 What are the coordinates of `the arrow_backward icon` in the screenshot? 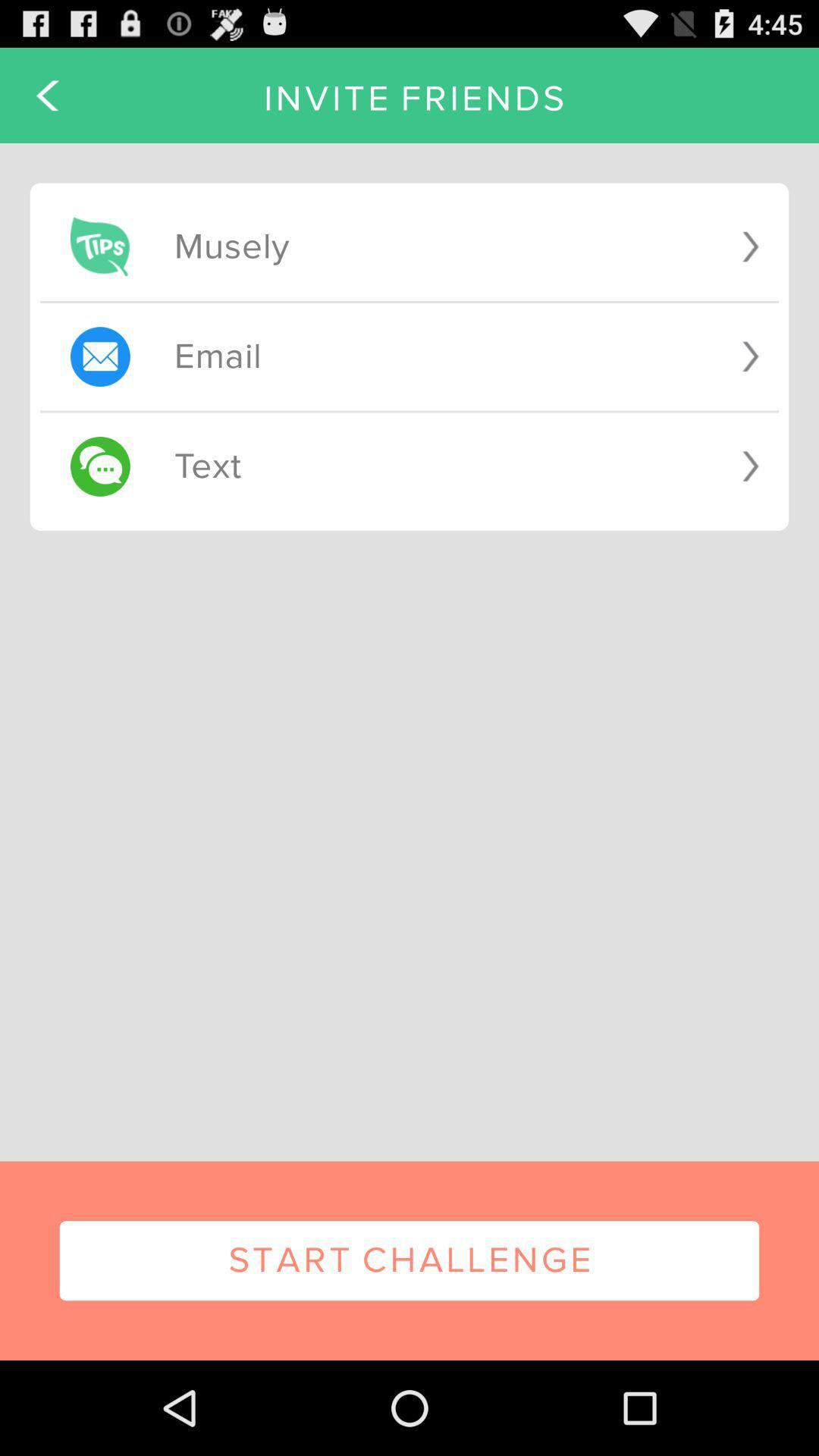 It's located at (46, 101).